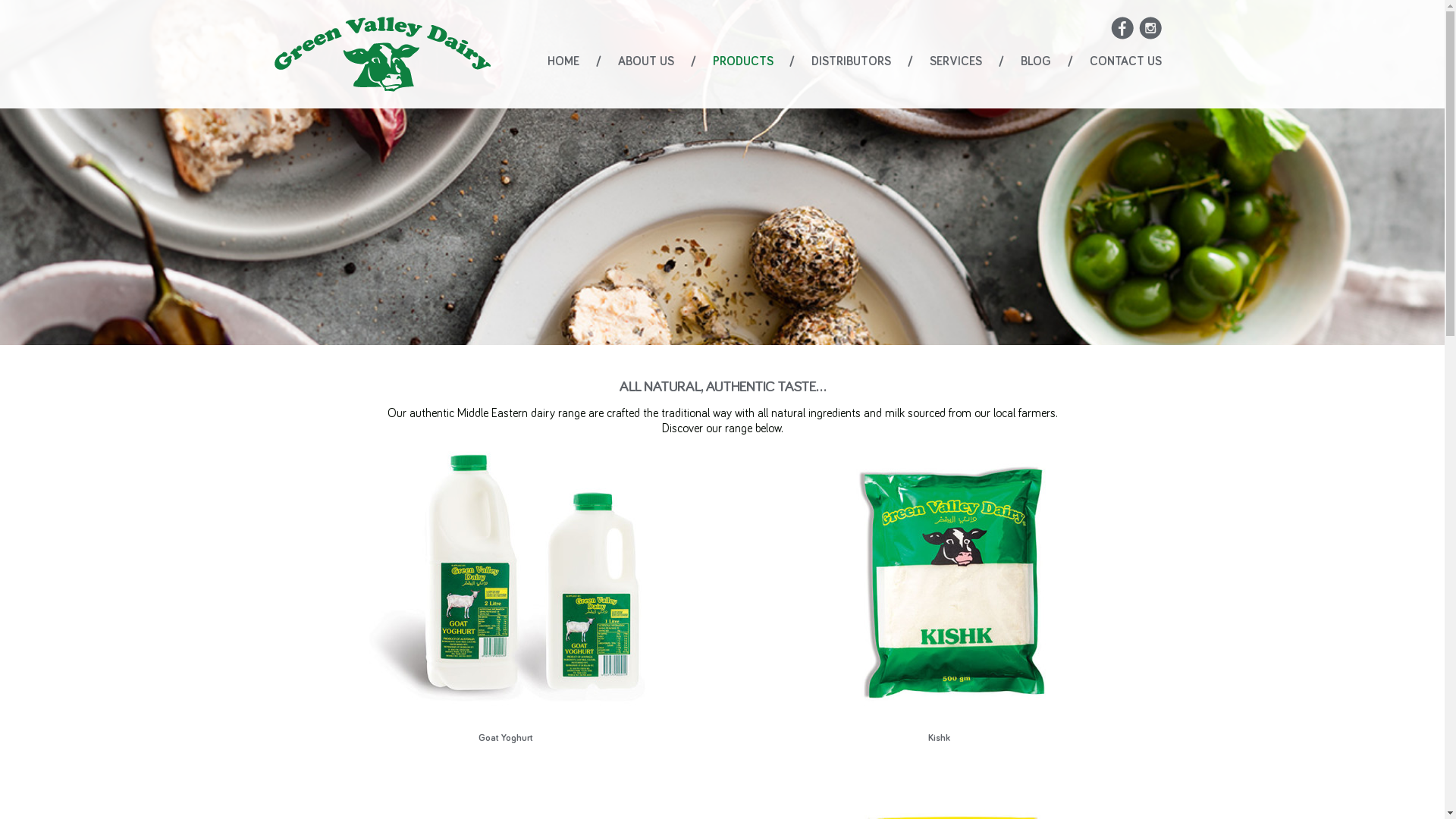  Describe the element at coordinates (1035, 61) in the screenshot. I see `'BLOG'` at that location.